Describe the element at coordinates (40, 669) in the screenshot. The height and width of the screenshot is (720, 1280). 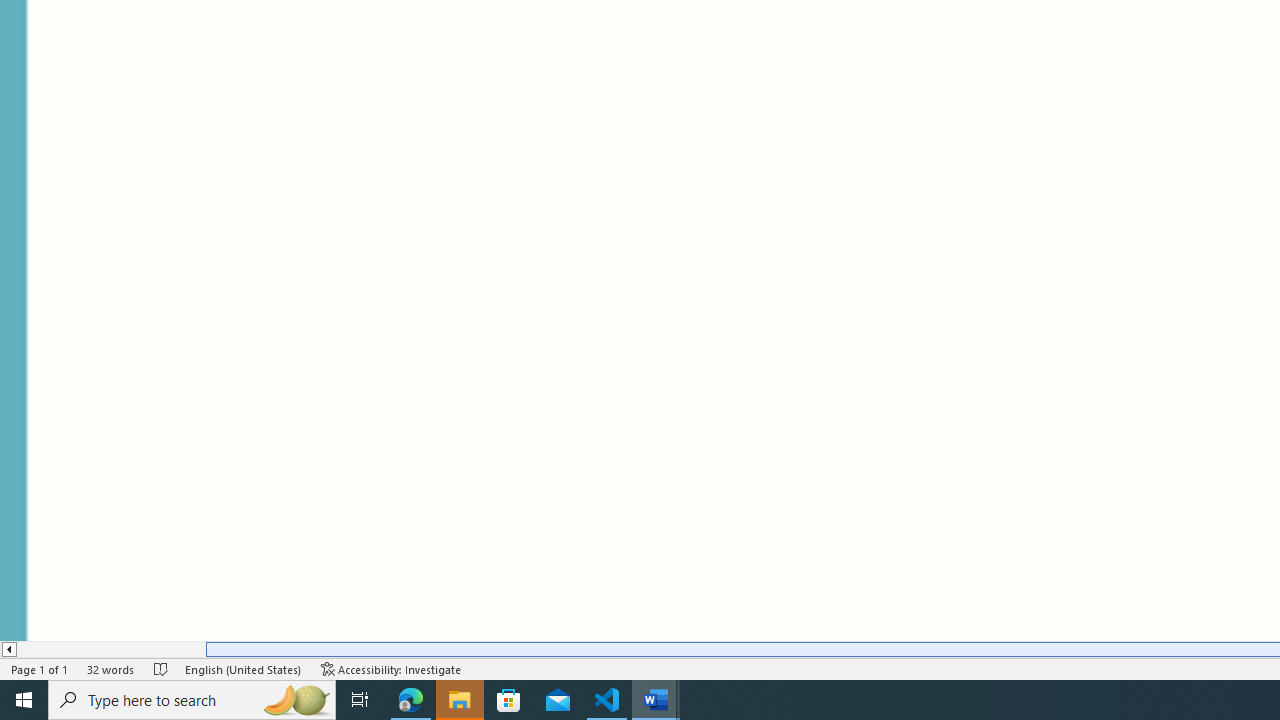
I see `'Page Number Page 1 of 1'` at that location.